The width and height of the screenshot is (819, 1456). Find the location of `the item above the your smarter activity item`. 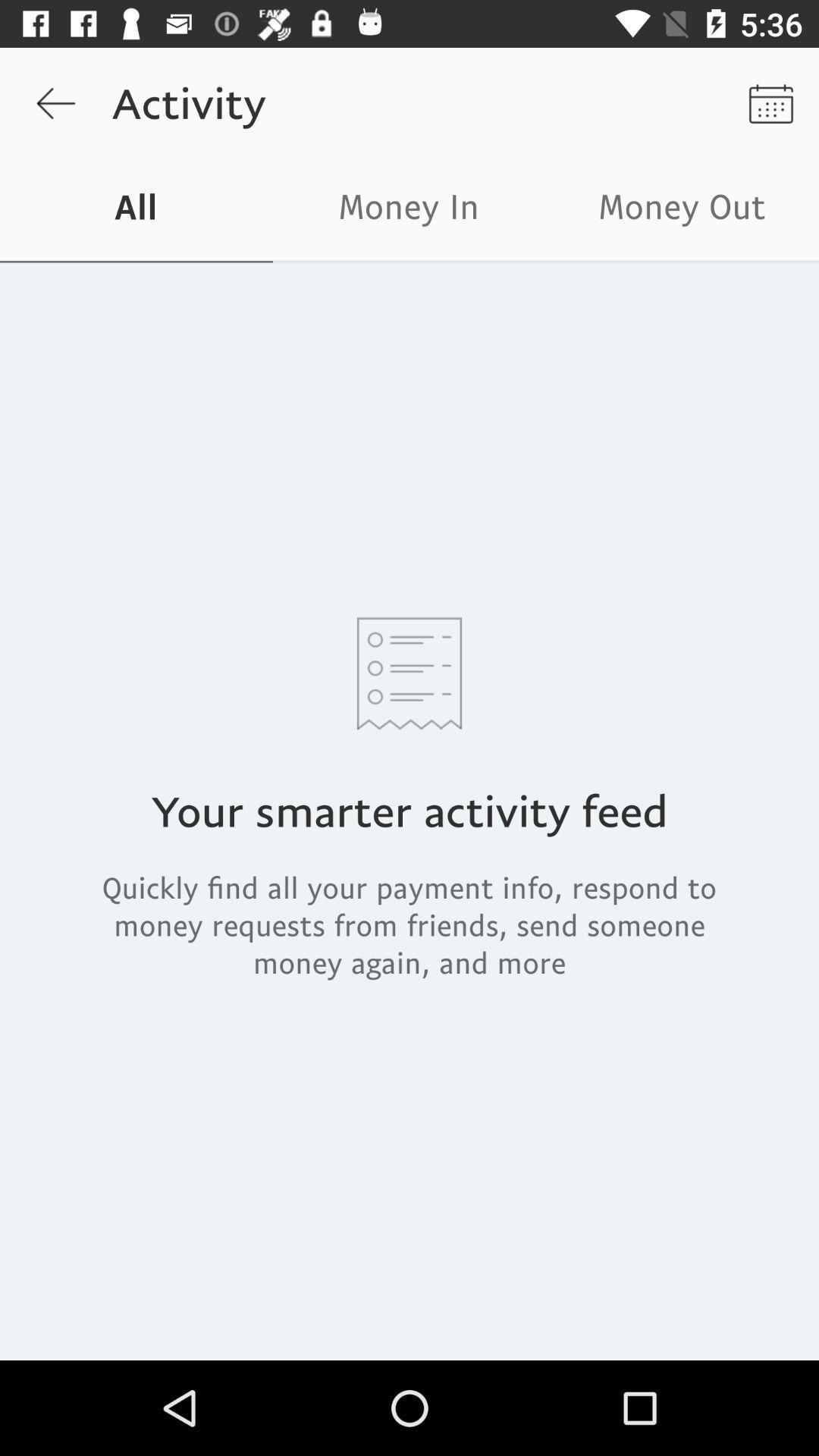

the item above the your smarter activity item is located at coordinates (681, 210).